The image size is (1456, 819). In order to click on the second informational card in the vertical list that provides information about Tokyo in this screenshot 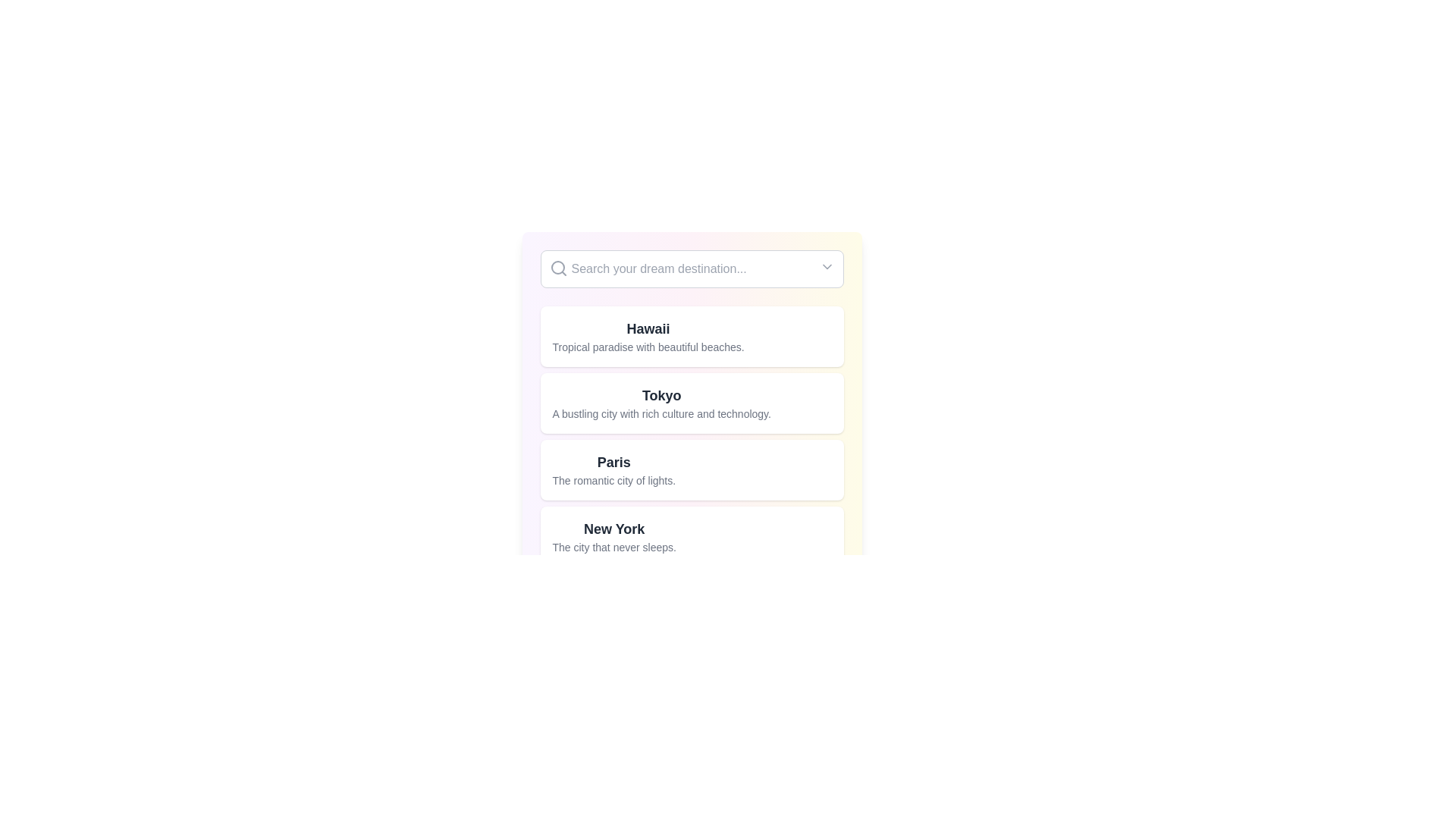, I will do `click(691, 403)`.